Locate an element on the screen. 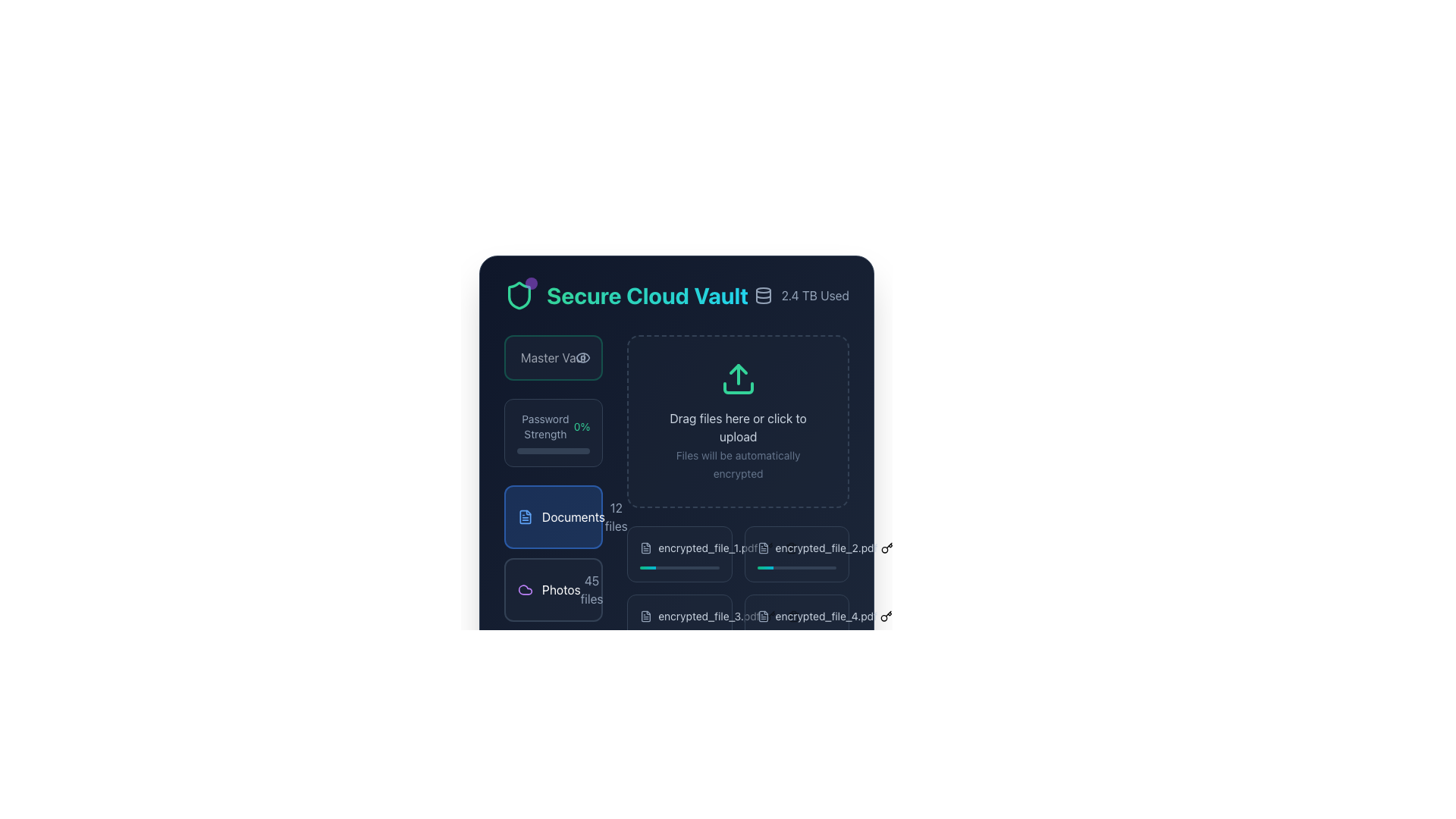 This screenshot has height=819, width=1456. the file listing entry for 'encrypted_file_4.pdf' is located at coordinates (795, 617).